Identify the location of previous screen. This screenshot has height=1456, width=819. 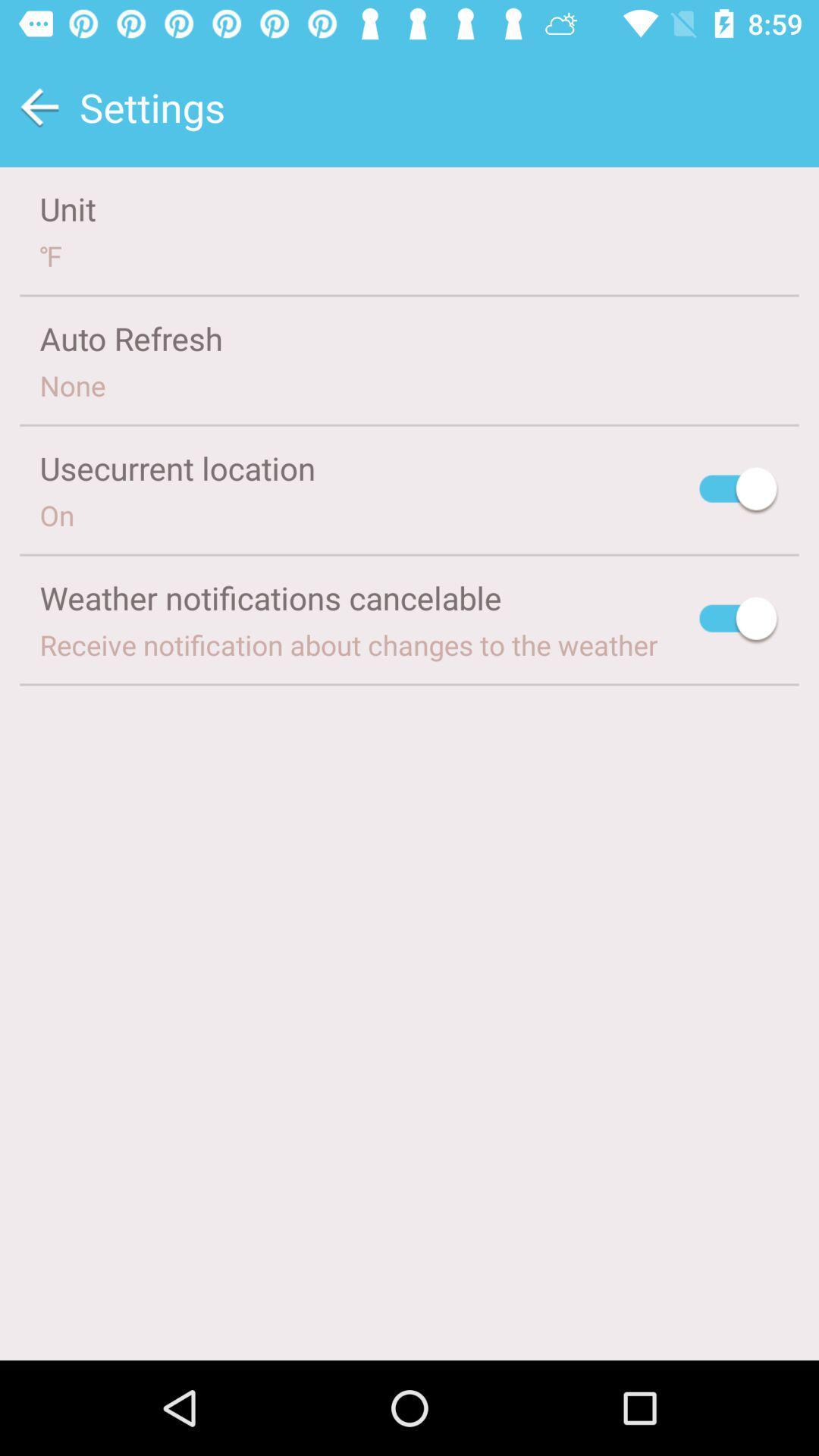
(39, 106).